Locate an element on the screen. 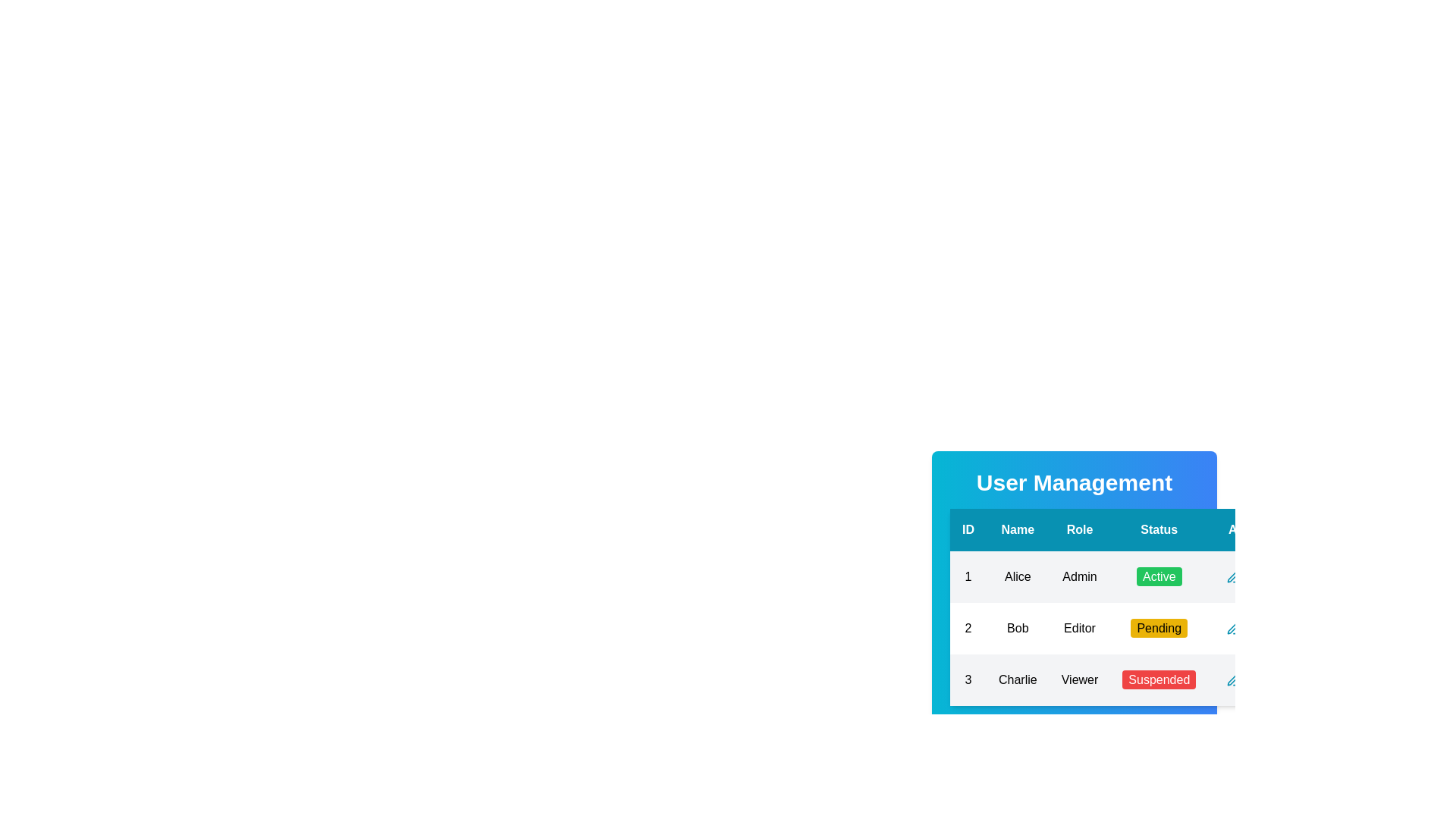  the content of the static text label that signifies the row number or identifier within the User Management tabular layout, positioned to the left of 'Alice' is located at coordinates (967, 576).